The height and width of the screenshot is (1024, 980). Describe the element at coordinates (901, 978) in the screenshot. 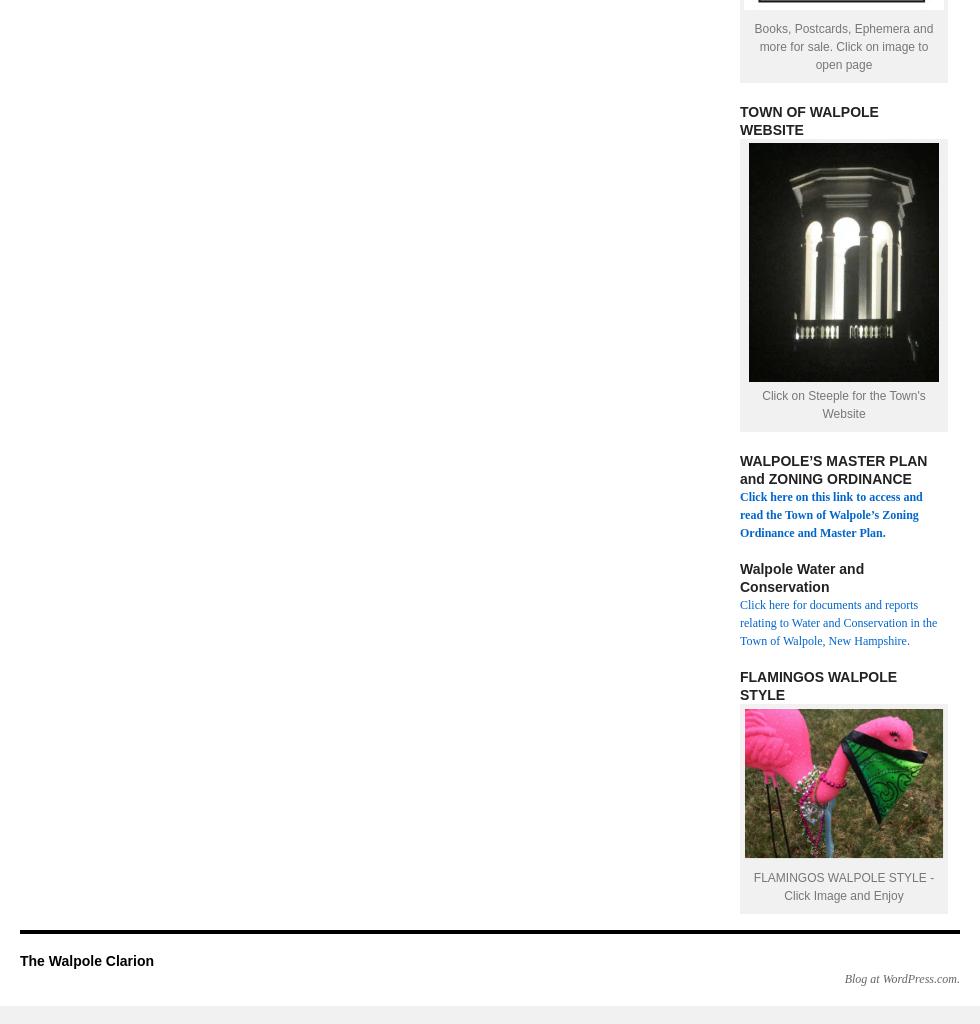

I see `'Blog at WordPress.com.'` at that location.